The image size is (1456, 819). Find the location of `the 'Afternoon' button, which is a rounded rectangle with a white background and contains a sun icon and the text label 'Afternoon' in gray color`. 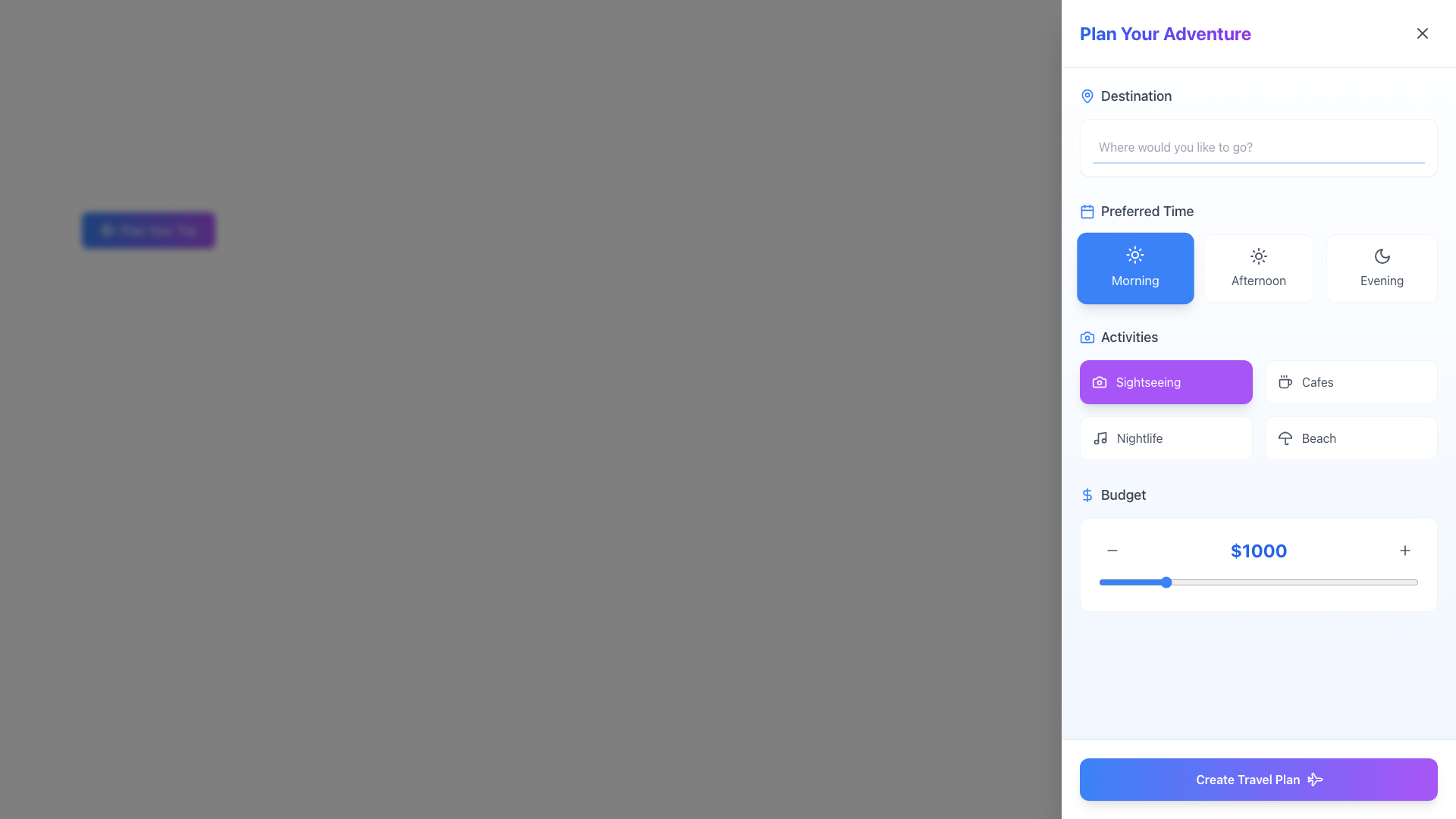

the 'Afternoon' button, which is a rounded rectangle with a white background and contains a sun icon and the text label 'Afternoon' in gray color is located at coordinates (1259, 268).